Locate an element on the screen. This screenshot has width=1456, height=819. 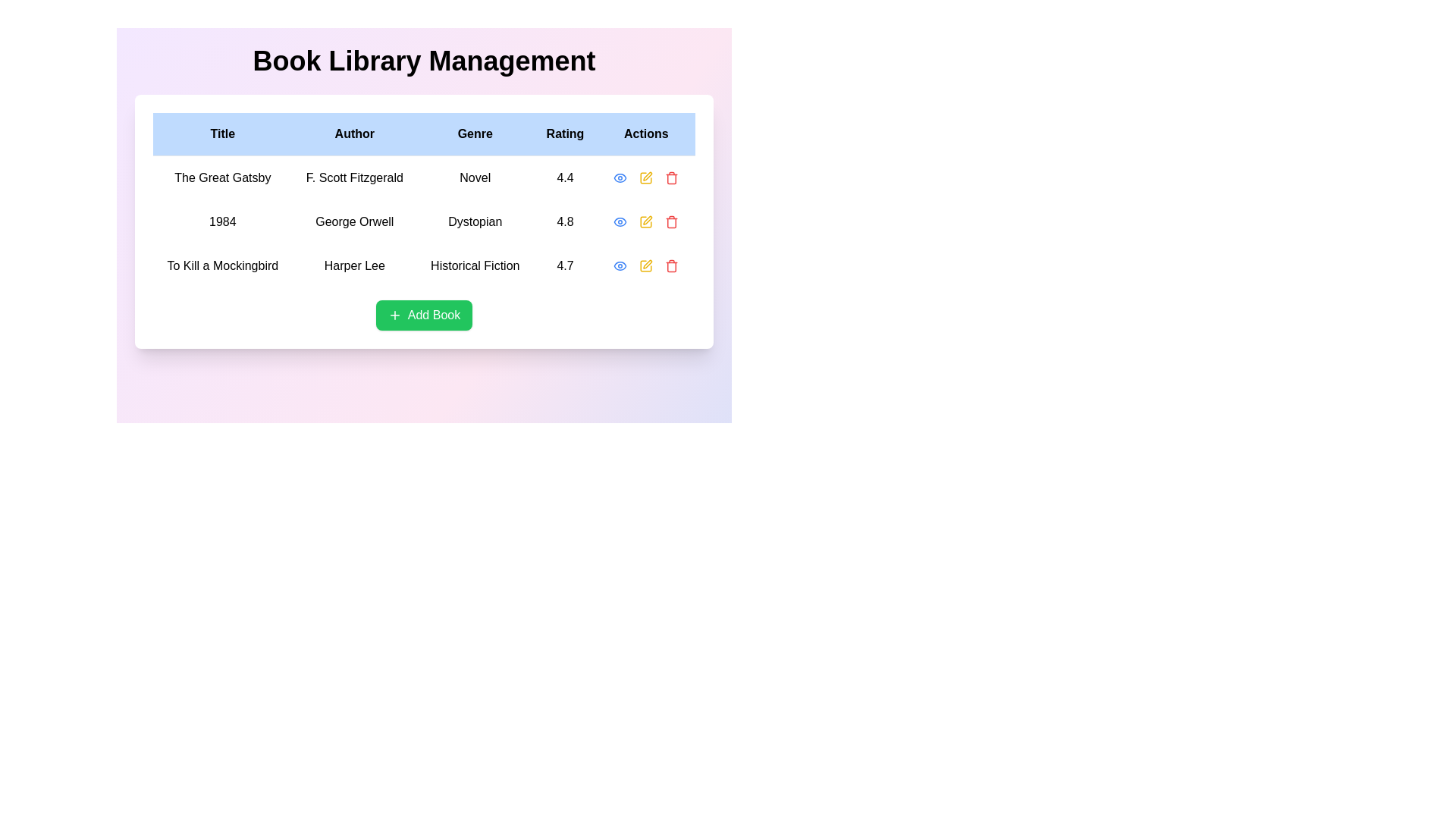
the yellow pencil icon located under the 'Actions' column for the 'To Kill a Mockingbird' entry to initiate editing is located at coordinates (646, 265).